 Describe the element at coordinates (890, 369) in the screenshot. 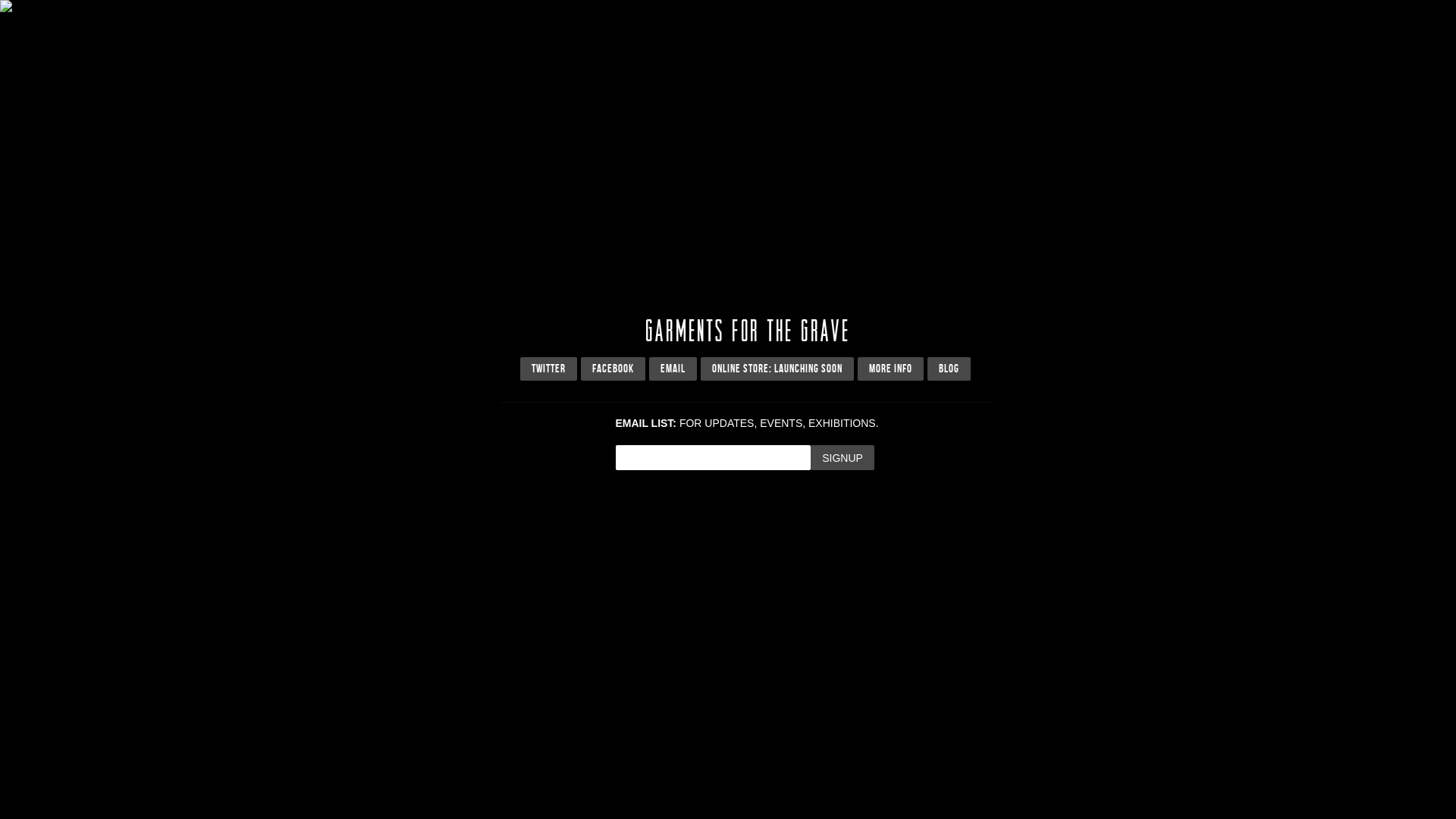

I see `'MORE INFO'` at that location.